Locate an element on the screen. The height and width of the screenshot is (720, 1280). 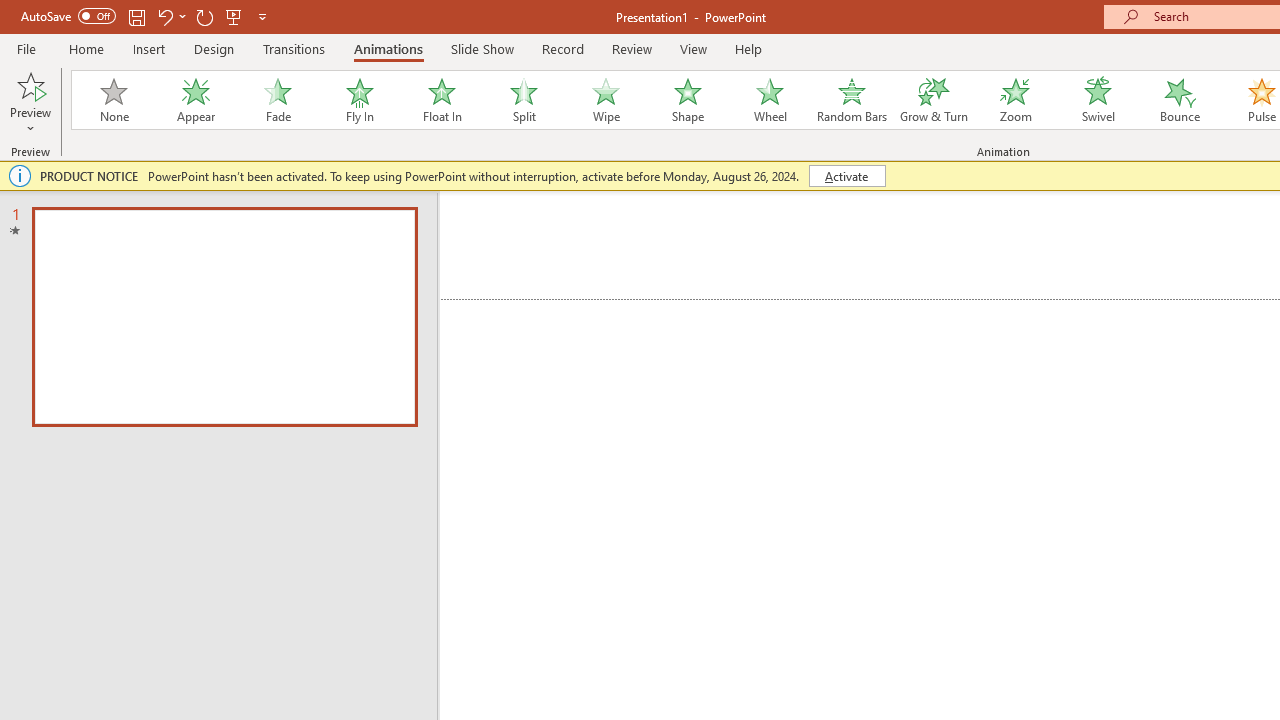
'Preview' is located at coordinates (30, 84).